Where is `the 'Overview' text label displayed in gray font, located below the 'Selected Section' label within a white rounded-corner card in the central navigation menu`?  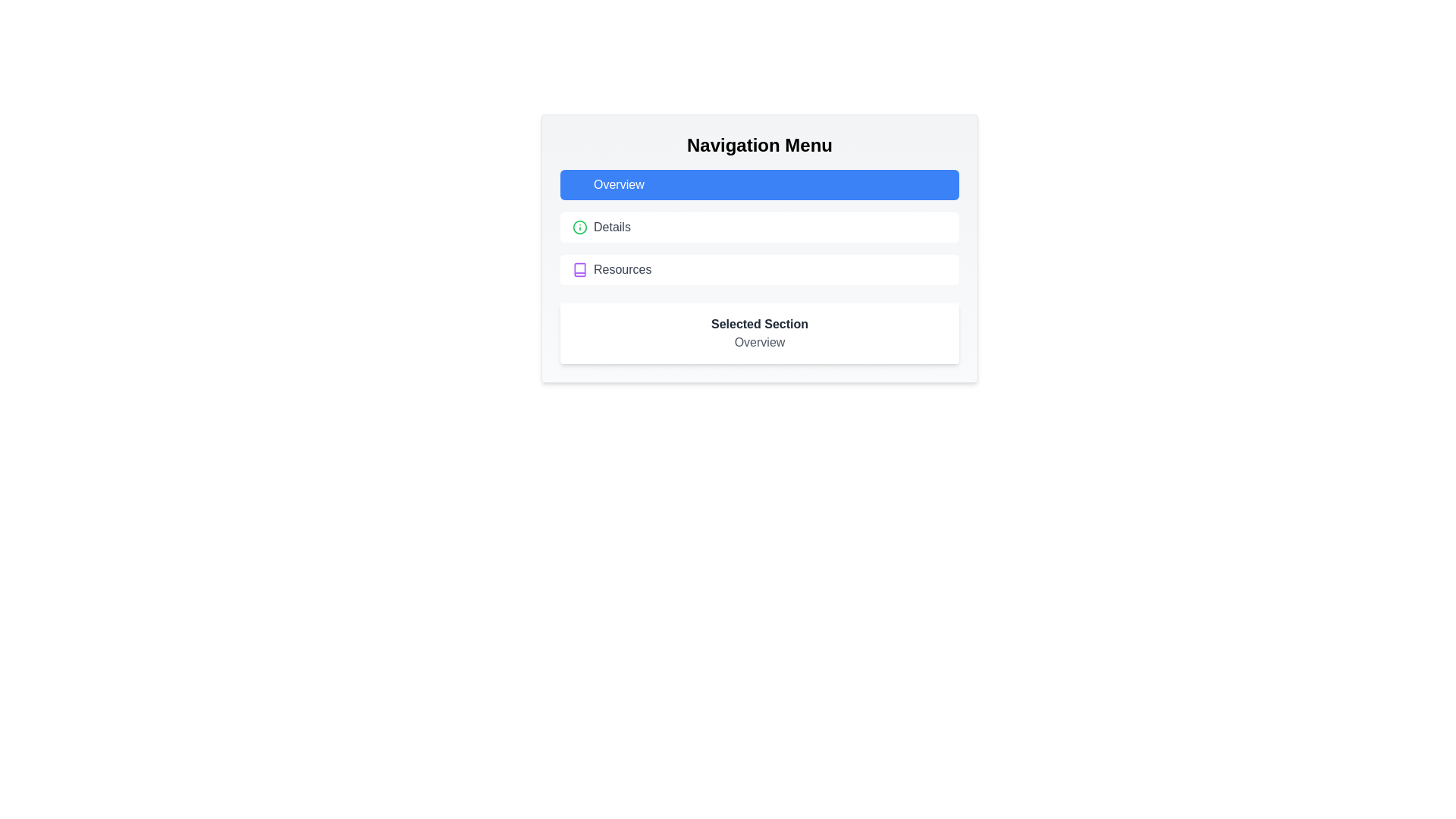
the 'Overview' text label displayed in gray font, located below the 'Selected Section' label within a white rounded-corner card in the central navigation menu is located at coordinates (760, 342).